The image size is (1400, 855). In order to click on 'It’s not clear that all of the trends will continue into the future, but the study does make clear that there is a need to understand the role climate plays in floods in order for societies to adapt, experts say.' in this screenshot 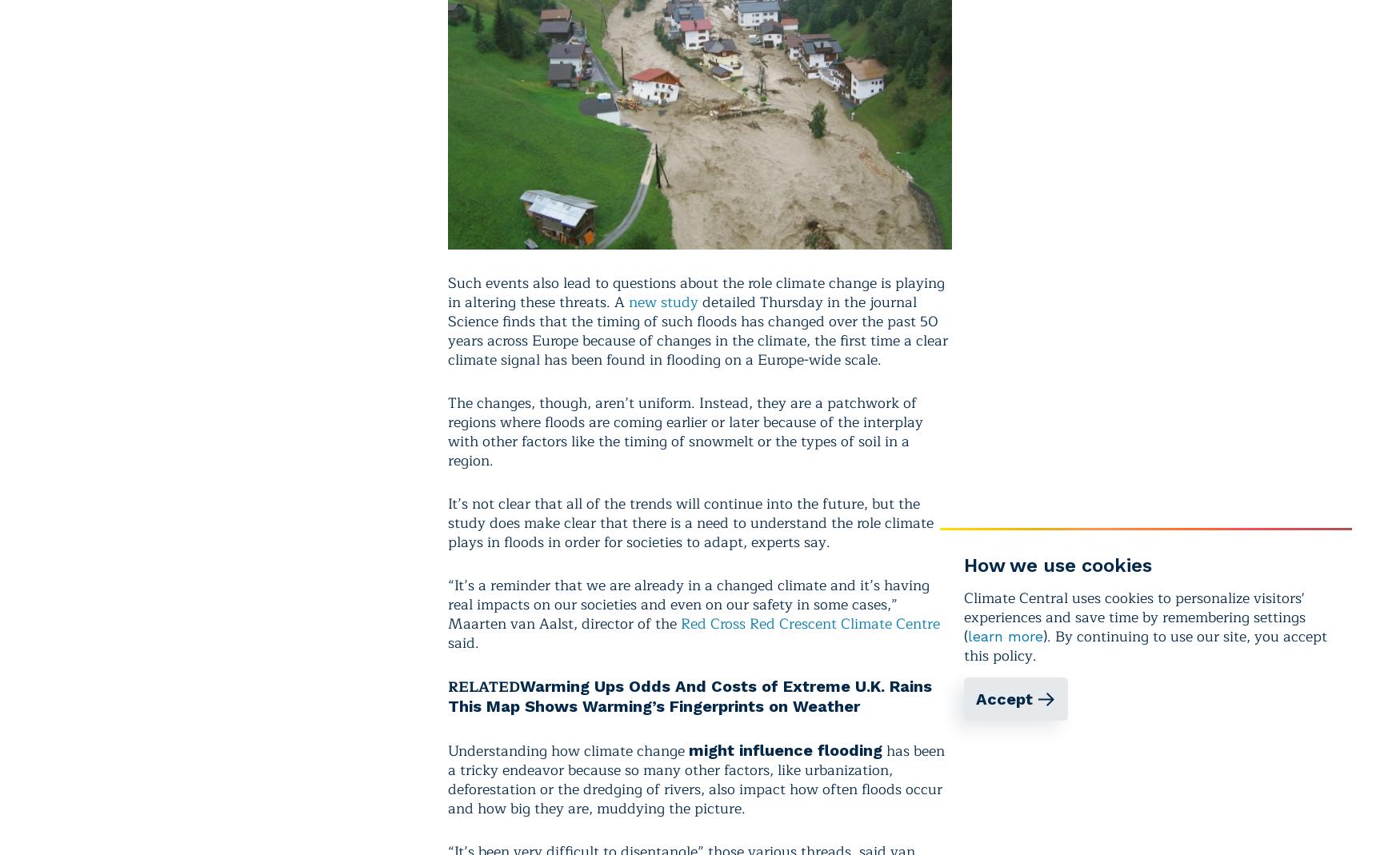, I will do `click(690, 521)`.